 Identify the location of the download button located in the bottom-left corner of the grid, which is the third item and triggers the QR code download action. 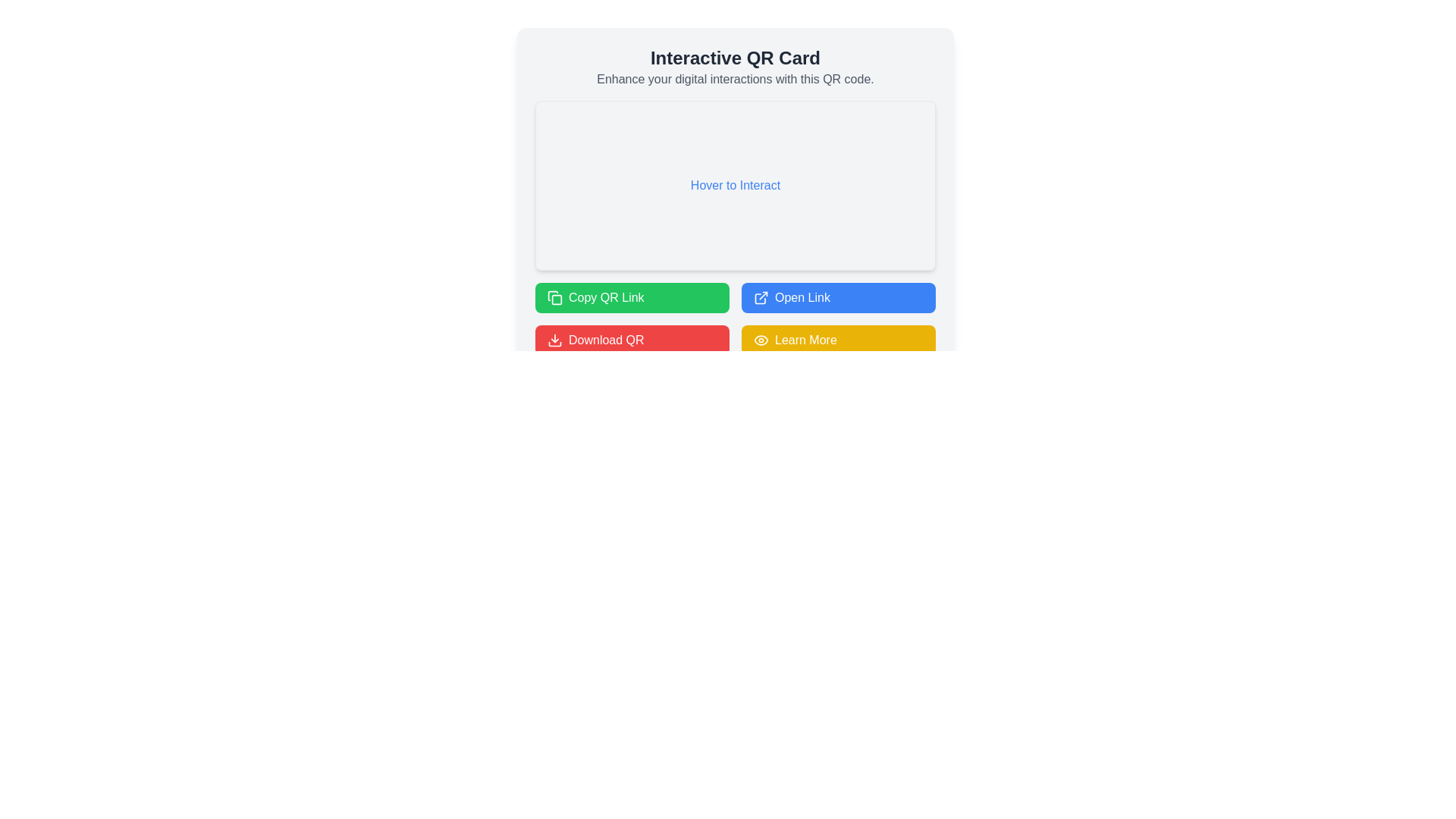
(632, 339).